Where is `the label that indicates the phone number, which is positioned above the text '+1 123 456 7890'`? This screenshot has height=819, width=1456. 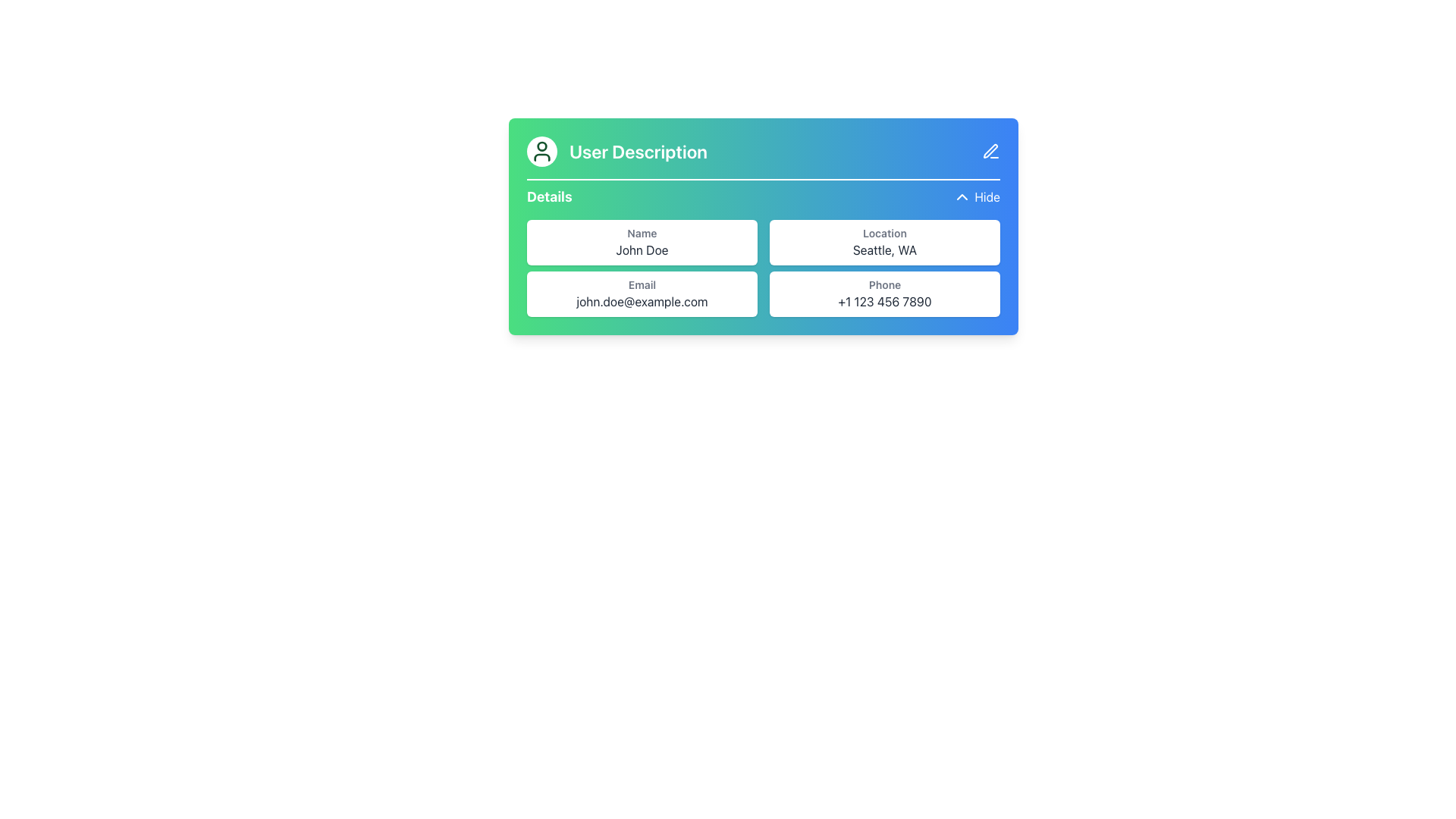 the label that indicates the phone number, which is positioned above the text '+1 123 456 7890' is located at coordinates (884, 284).